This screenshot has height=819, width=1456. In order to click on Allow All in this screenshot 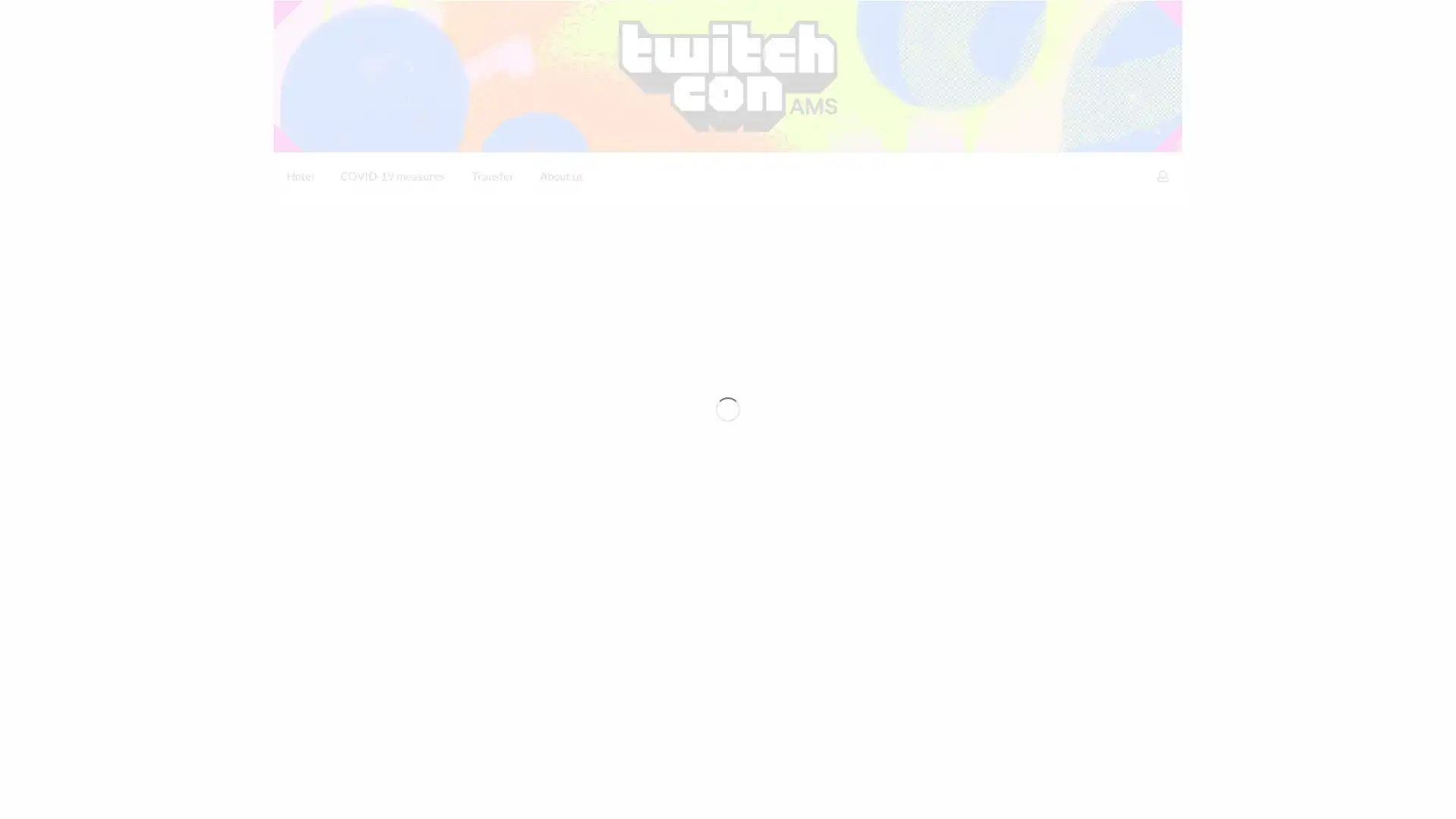, I will do `click(1125, 794)`.